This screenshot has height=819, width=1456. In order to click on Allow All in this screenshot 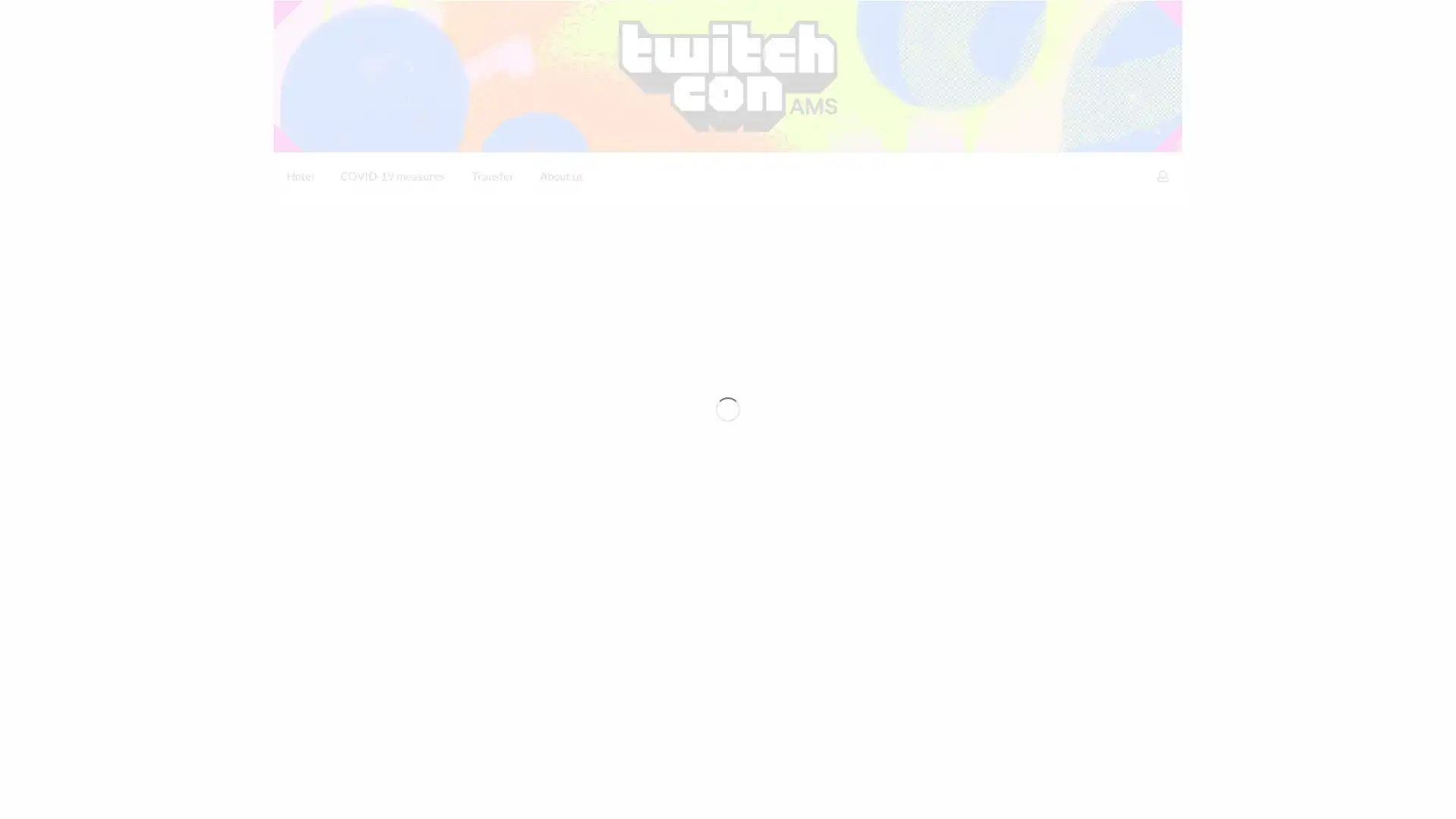, I will do `click(1125, 794)`.